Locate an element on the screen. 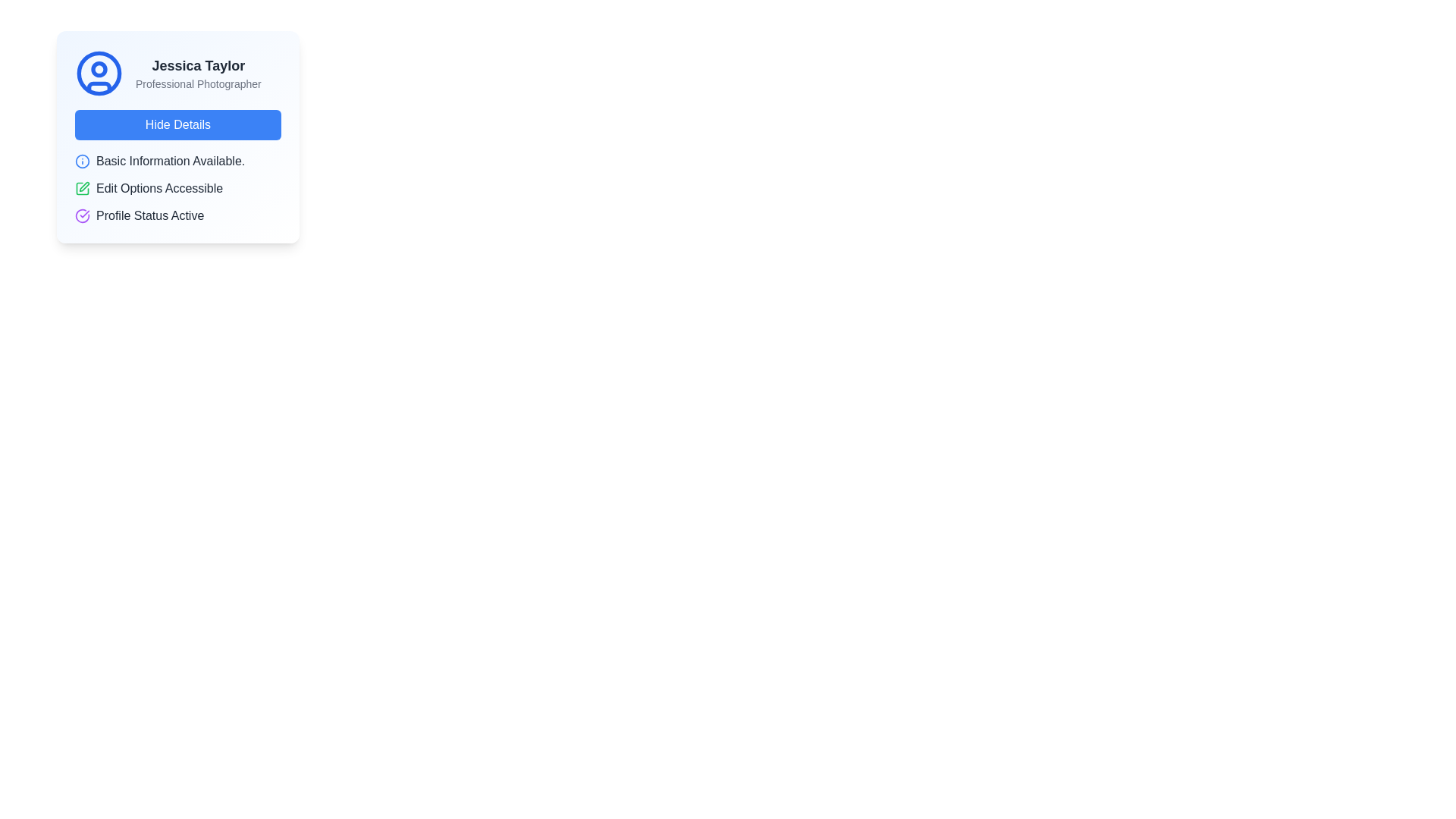 This screenshot has width=1456, height=819. the 'Edit Options Accessible' text element with the green pen icon, which is positioned between 'Basic Information Available' and 'Profile Status Active' is located at coordinates (178, 188).